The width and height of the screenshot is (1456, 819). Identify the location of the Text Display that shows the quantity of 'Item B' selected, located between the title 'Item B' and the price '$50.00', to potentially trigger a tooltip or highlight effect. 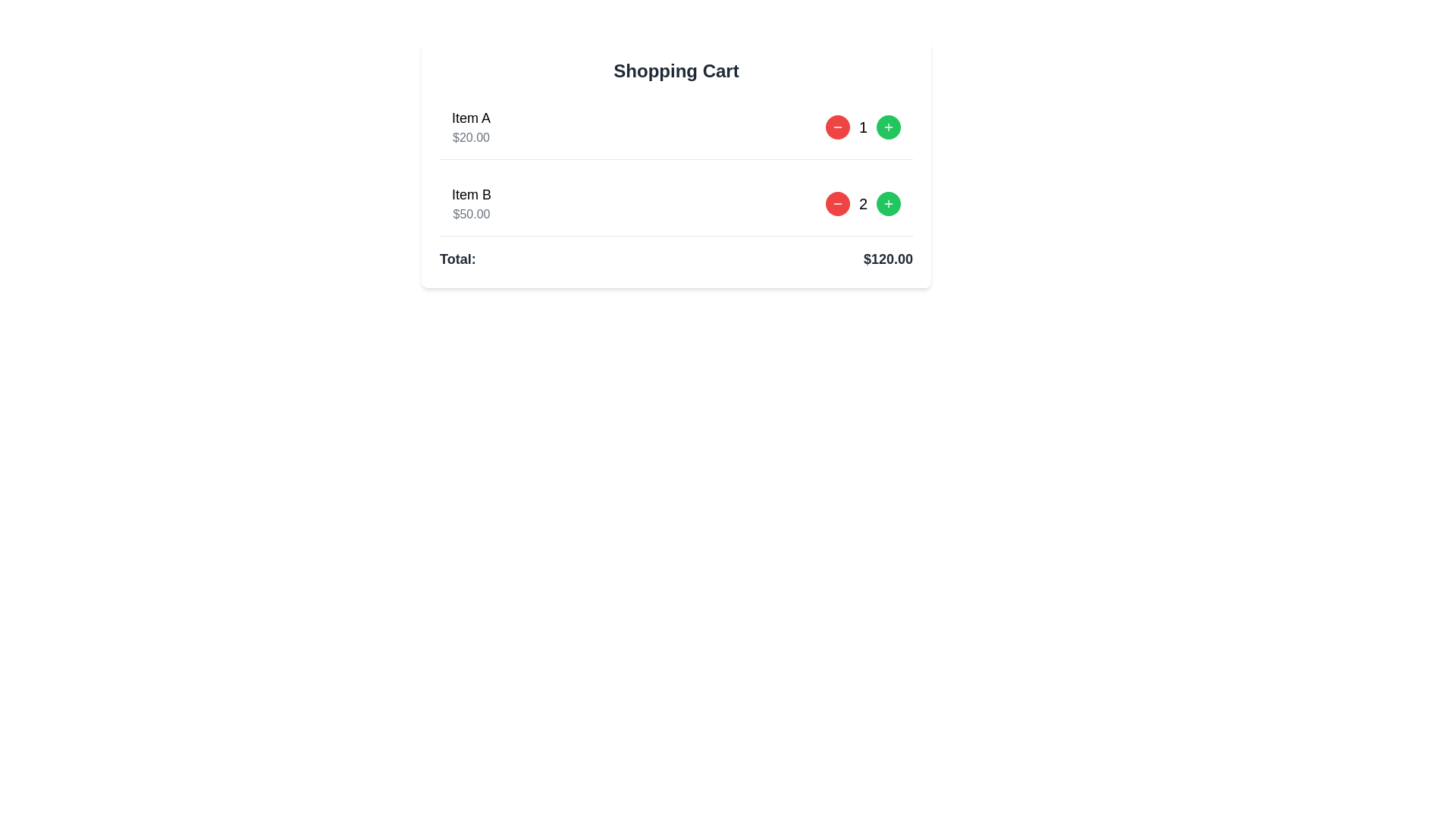
(863, 203).